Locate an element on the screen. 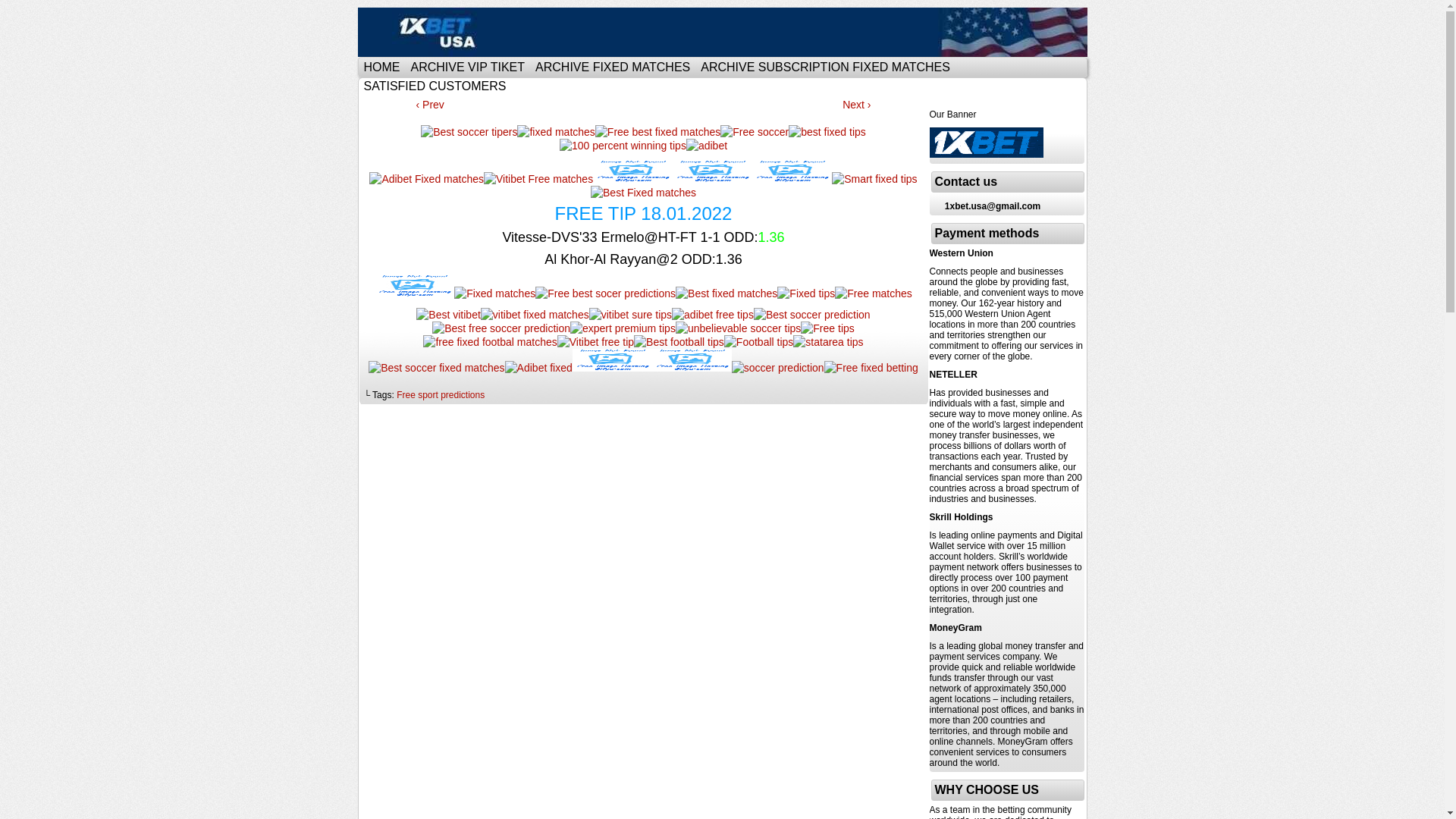 This screenshot has width=1456, height=819. 'soccer prediction' is located at coordinates (778, 368).